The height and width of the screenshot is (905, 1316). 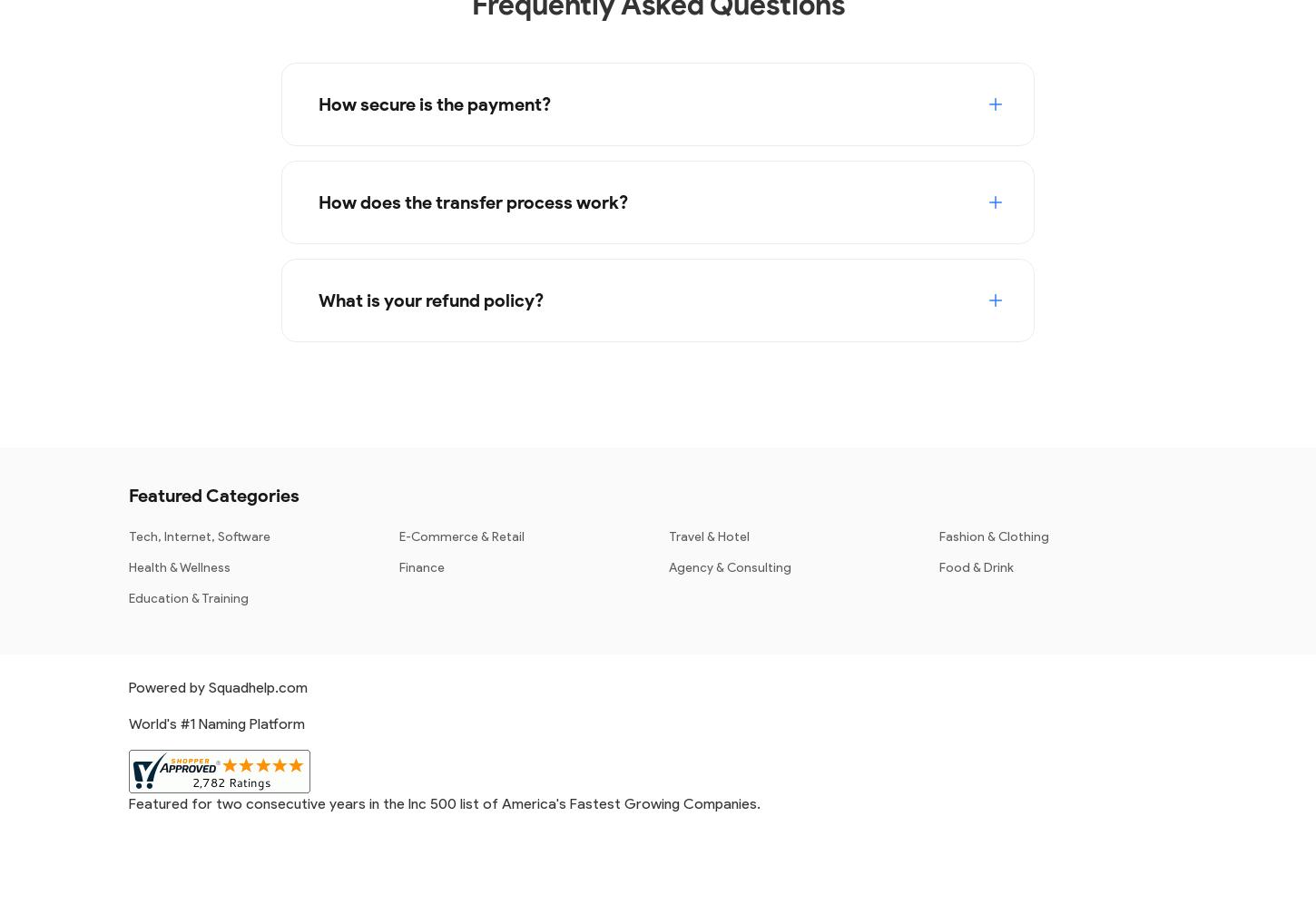 What do you see at coordinates (420, 566) in the screenshot?
I see `'Finance'` at bounding box center [420, 566].